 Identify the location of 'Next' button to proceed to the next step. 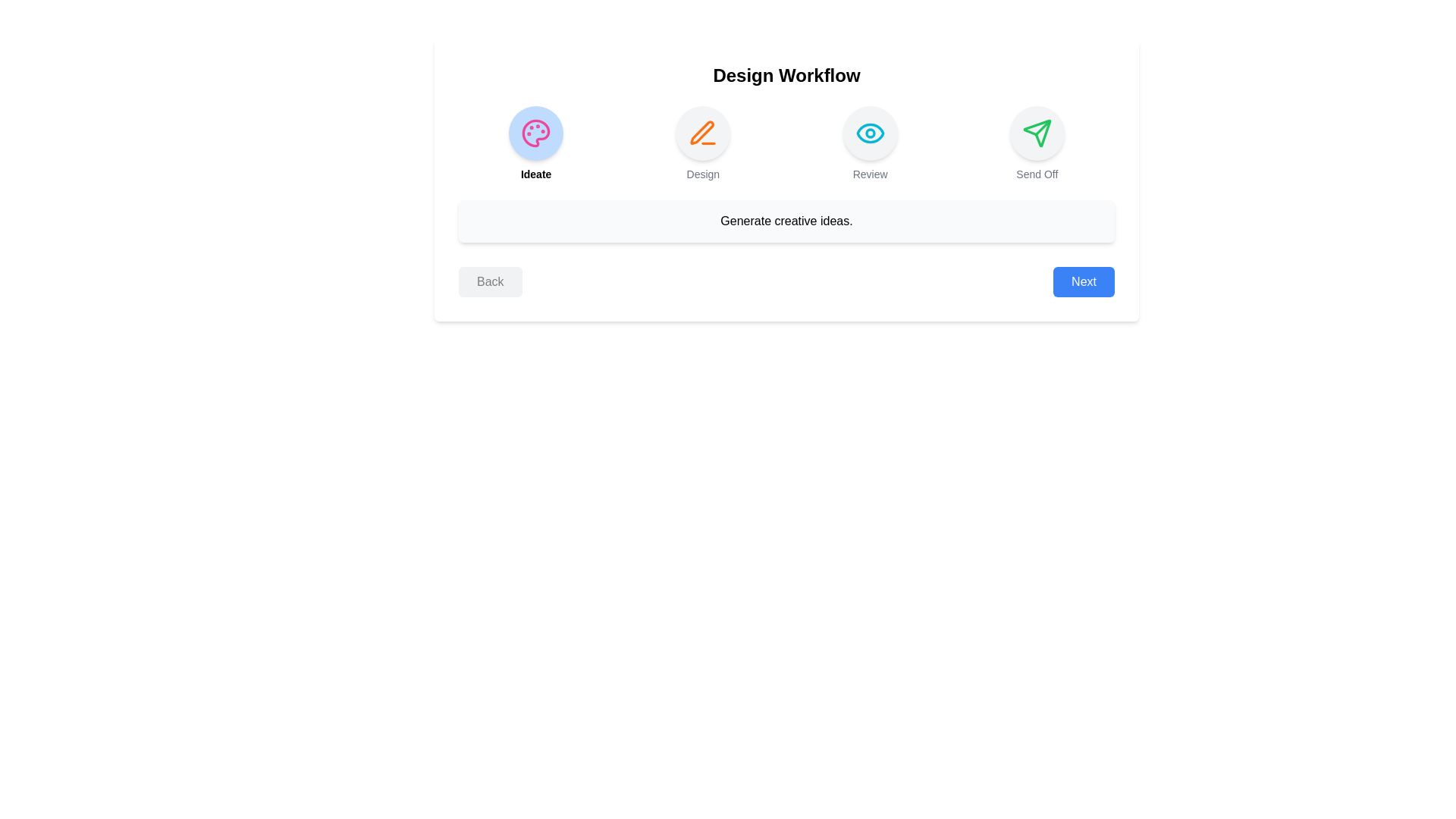
(1083, 281).